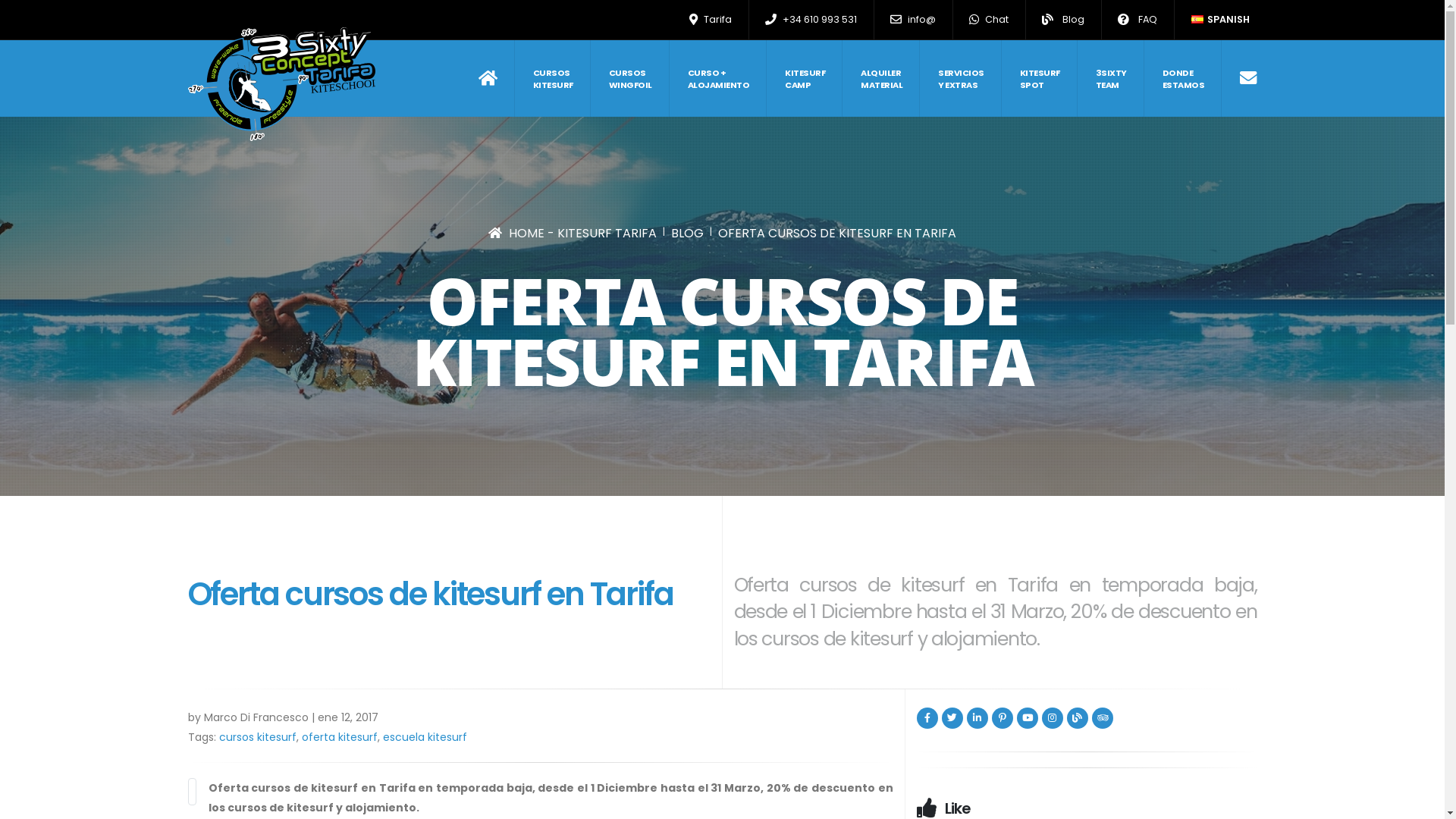 This screenshot has width=1456, height=819. Describe the element at coordinates (965, 717) in the screenshot. I see `'Linkedin'` at that location.